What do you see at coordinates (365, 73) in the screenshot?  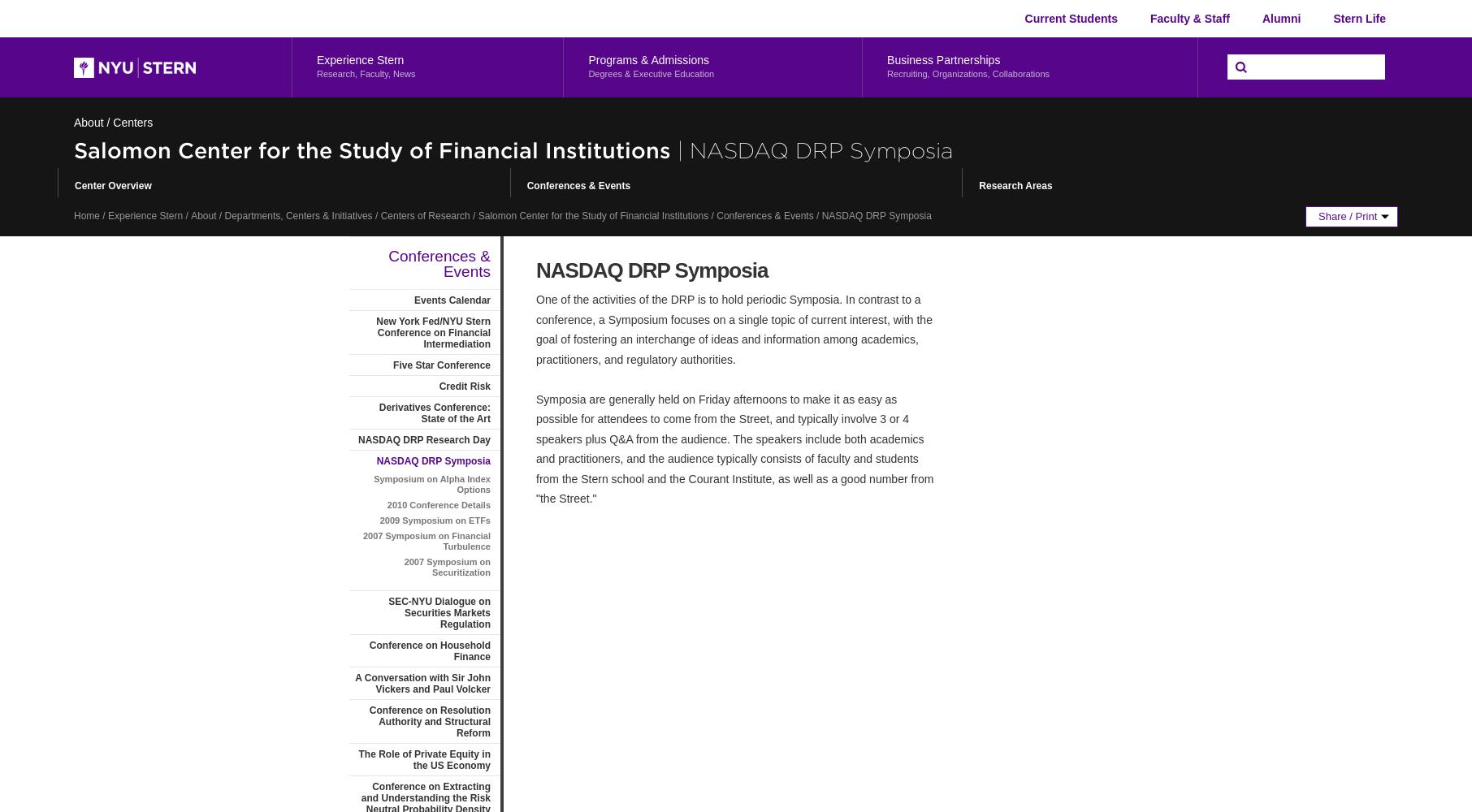 I see `'Research, Faculty, News'` at bounding box center [365, 73].